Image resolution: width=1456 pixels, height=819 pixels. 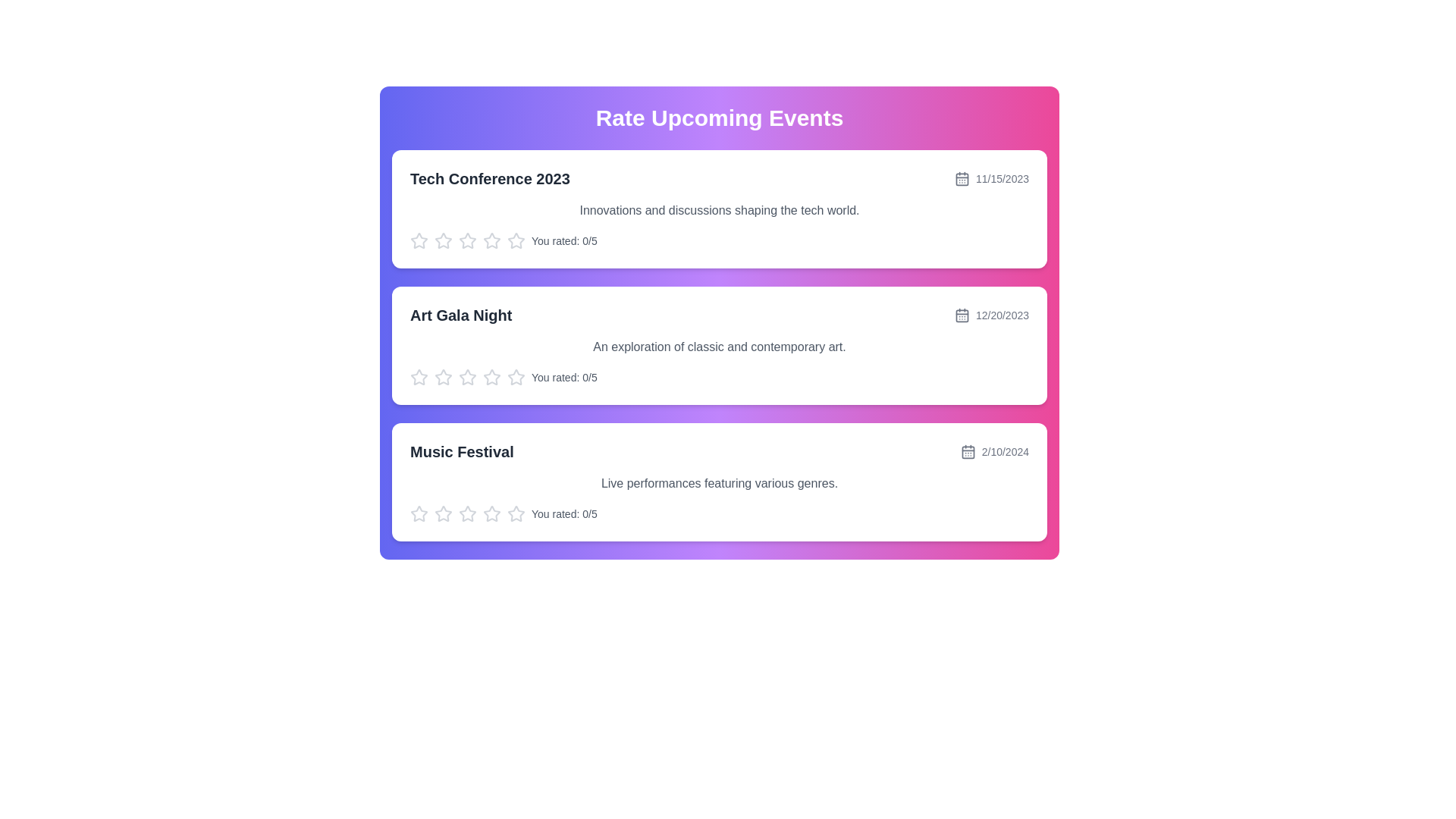 I want to click on the first star-shaped icon with a hollow outline in light gray color, which is part of a rating mechanism below the 'Tech Conference 2023' event card, so click(x=443, y=240).